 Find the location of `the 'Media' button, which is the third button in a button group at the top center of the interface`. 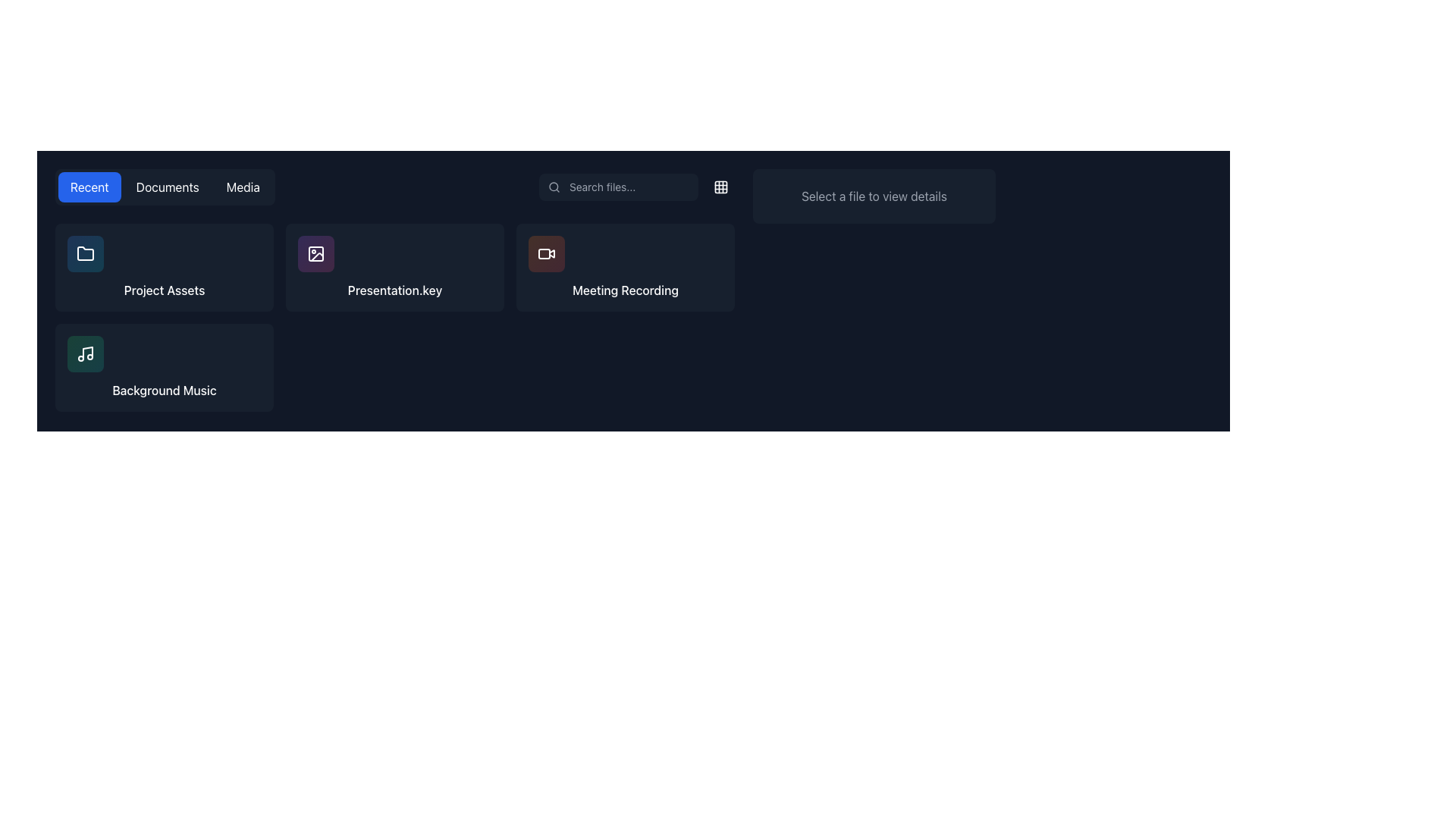

the 'Media' button, which is the third button in a button group at the top center of the interface is located at coordinates (243, 186).